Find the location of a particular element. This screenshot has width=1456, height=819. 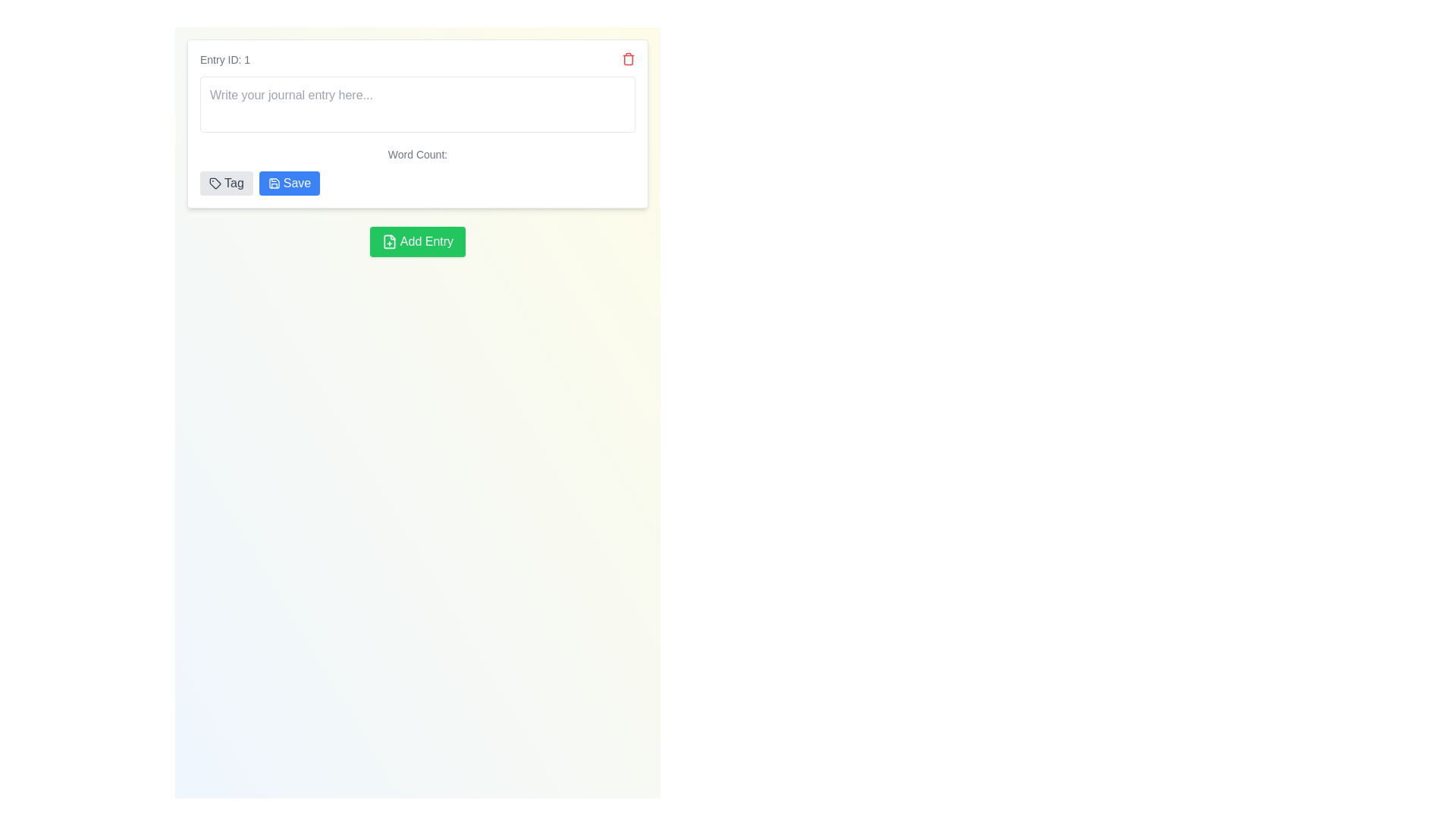

the SVG icon resembling a paper document with a plus sign, located on the left side of the green button labeled 'Add Entry' is located at coordinates (389, 241).